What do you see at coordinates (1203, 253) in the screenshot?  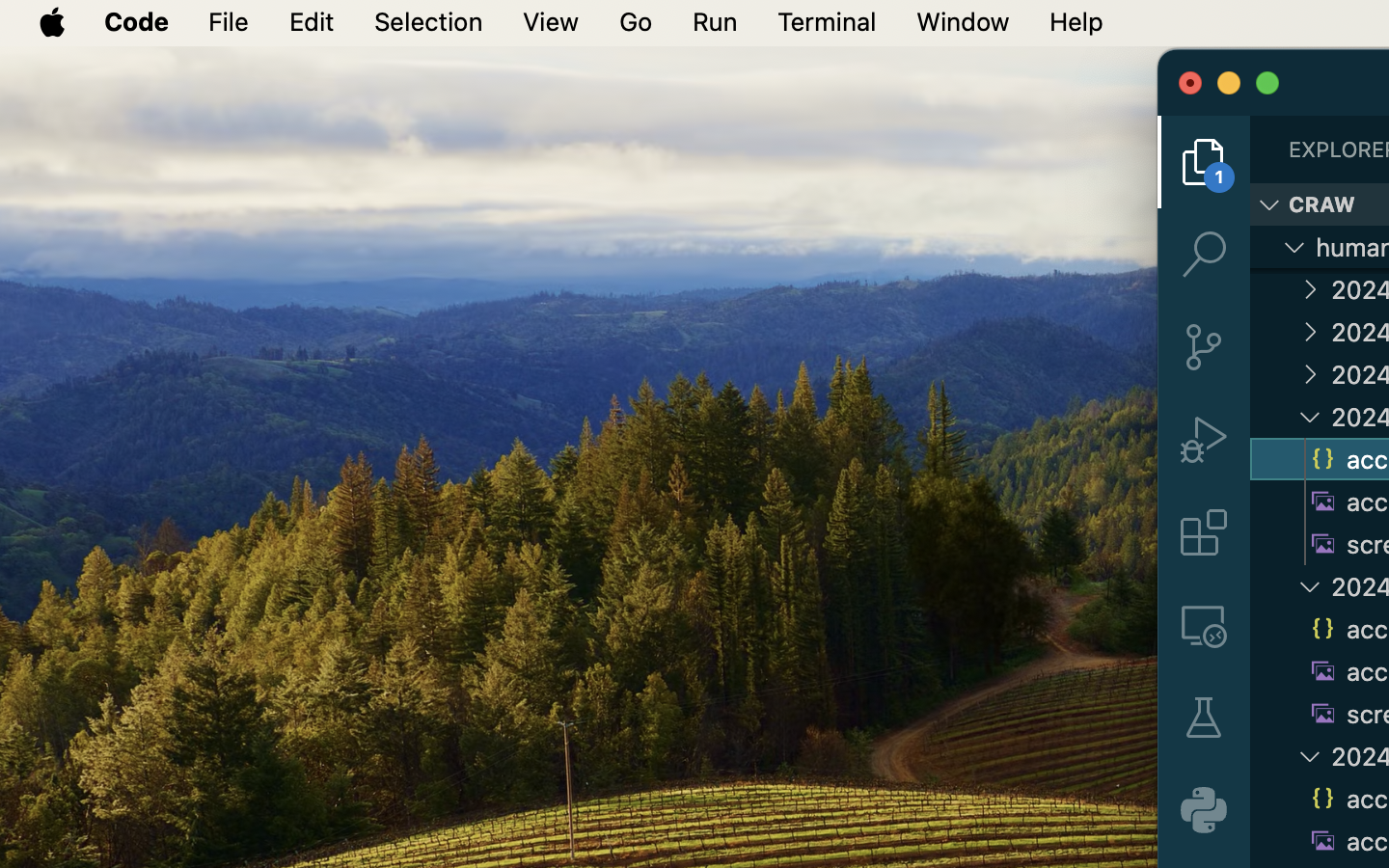 I see `'0 '` at bounding box center [1203, 253].